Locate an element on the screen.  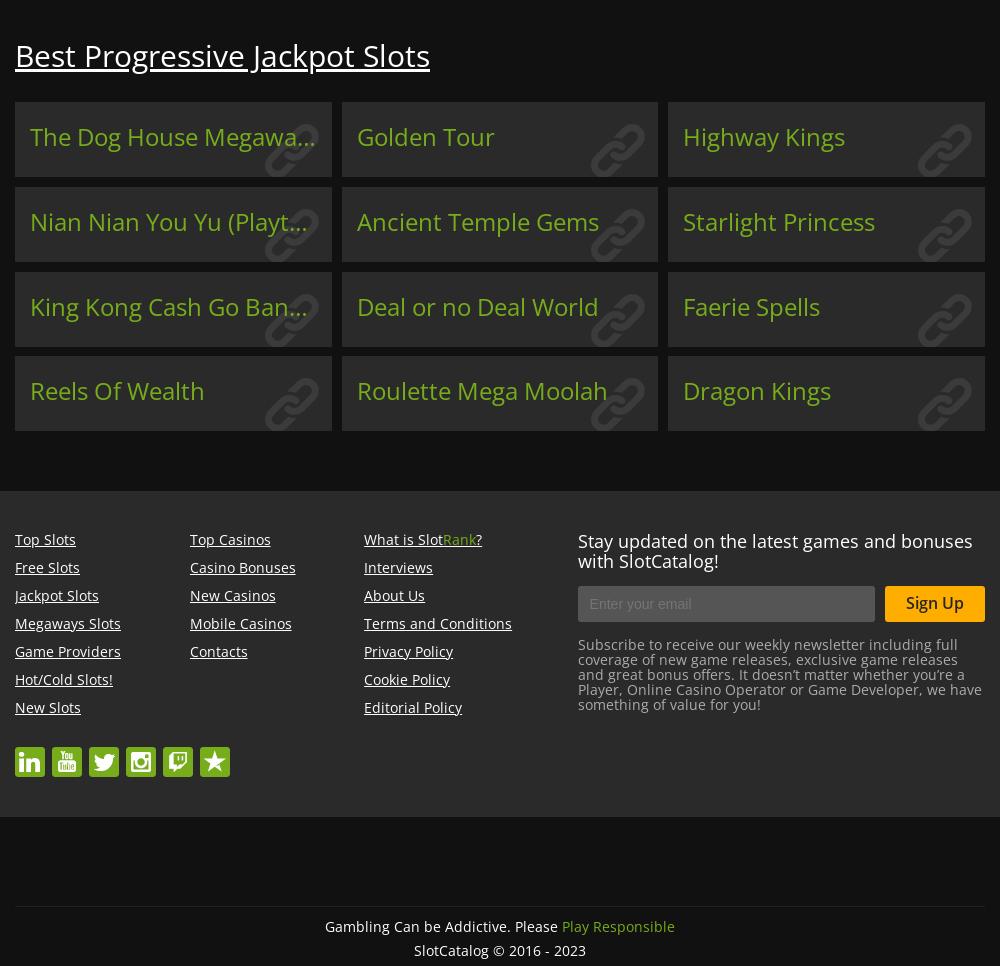
'SlotCatalog © 2016 - 2023' is located at coordinates (414, 950).